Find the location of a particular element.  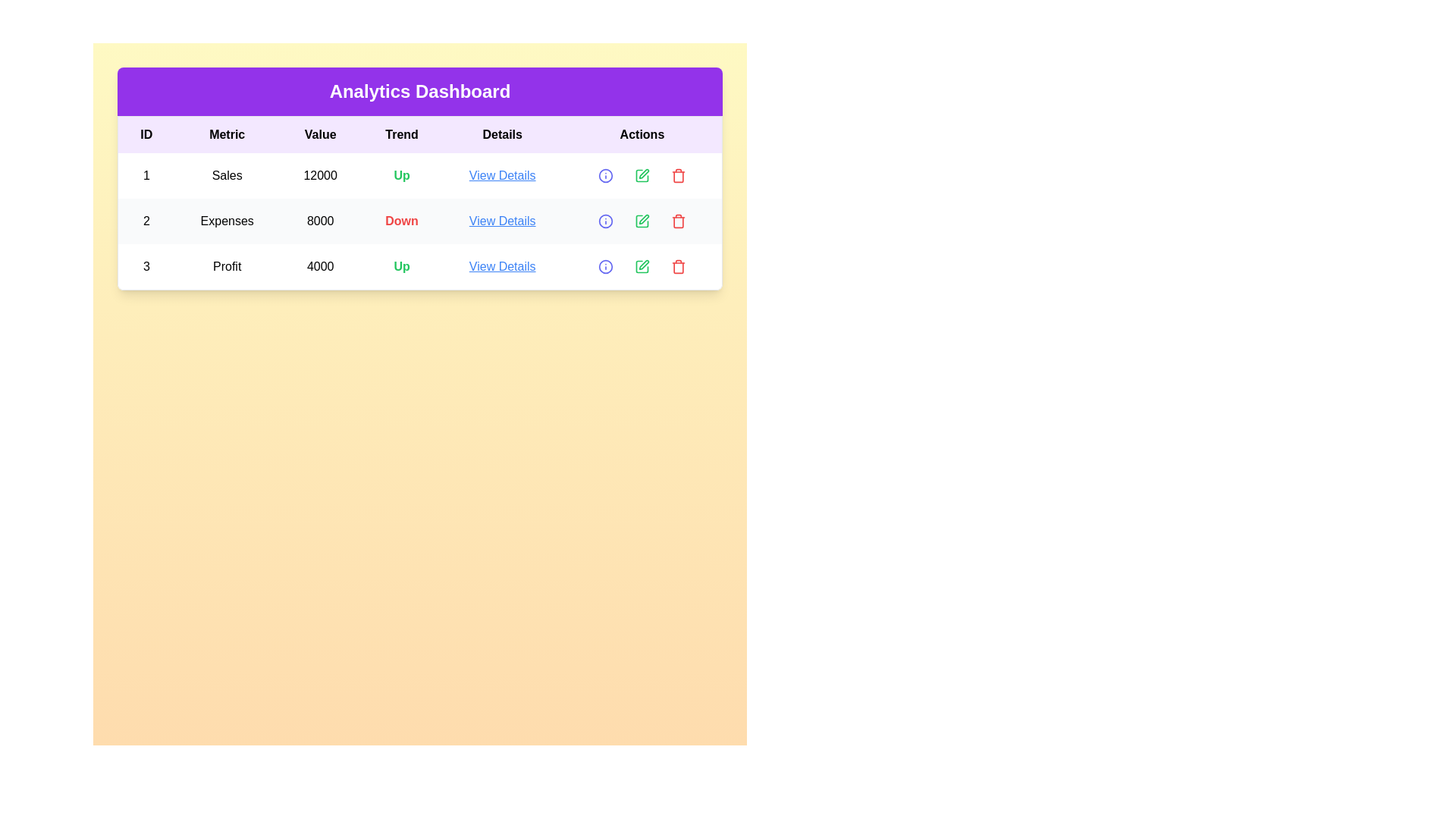

the editing icon in the 'Actions' column of the third row in the 'Analytics Dashboard' is located at coordinates (642, 174).